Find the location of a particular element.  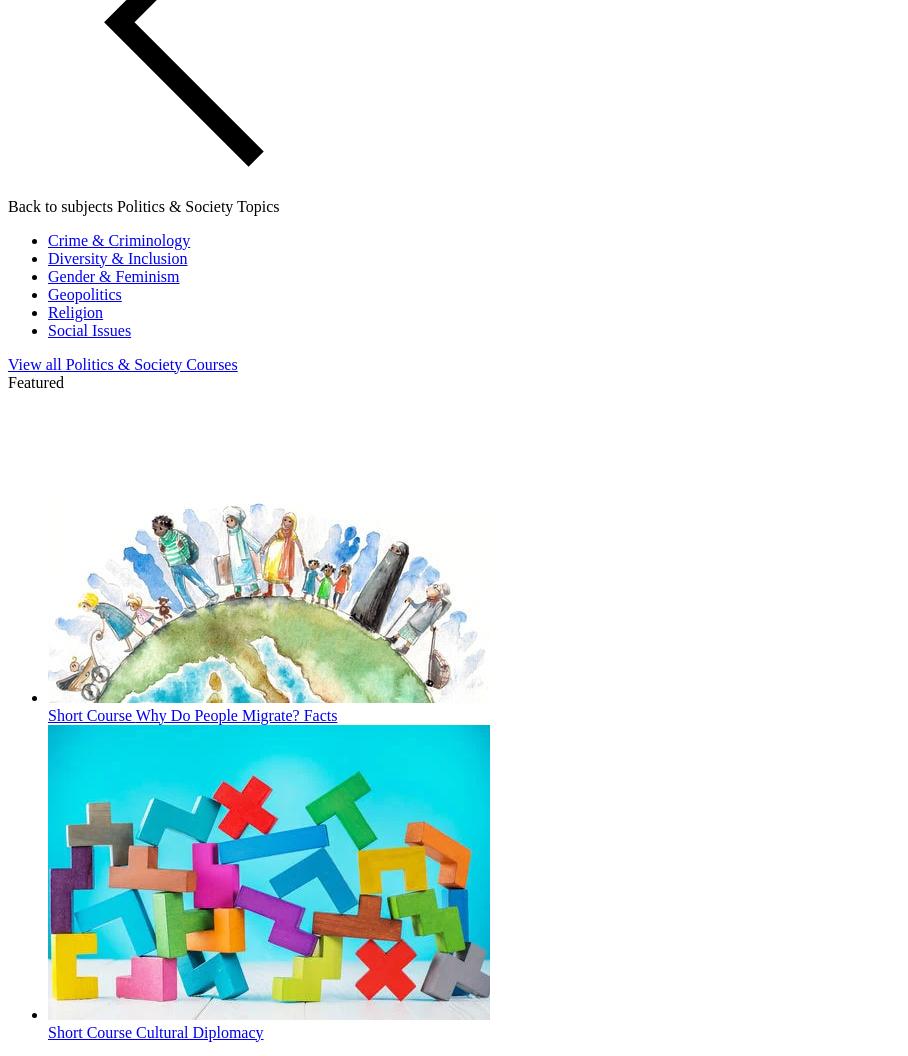

'Social Issues' is located at coordinates (88, 329).